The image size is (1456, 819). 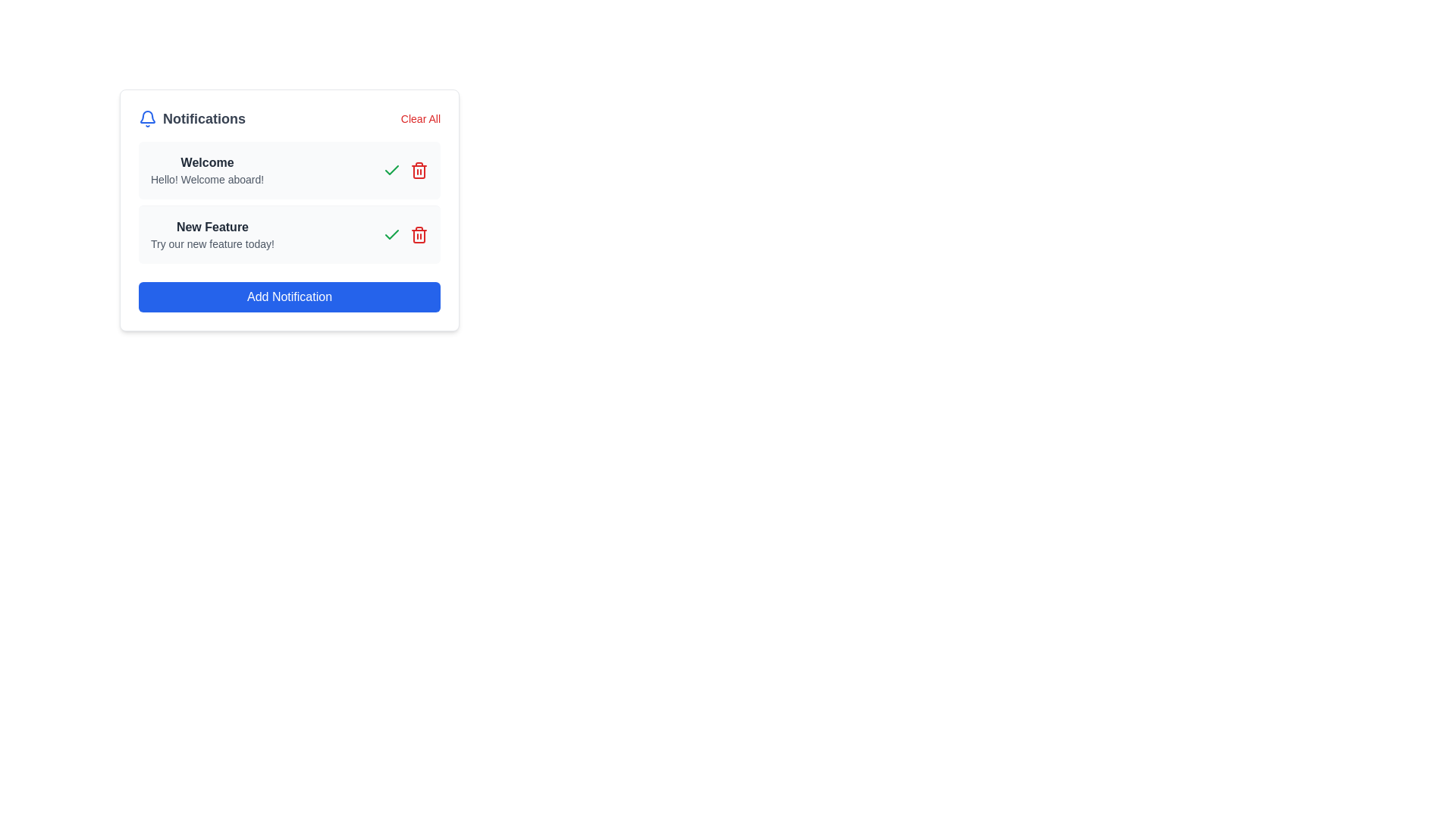 What do you see at coordinates (392, 234) in the screenshot?
I see `the green checkmark icon that represents a completion or approval action, located to the right of 'New Feature' and above the red trash icon in the notification list` at bounding box center [392, 234].